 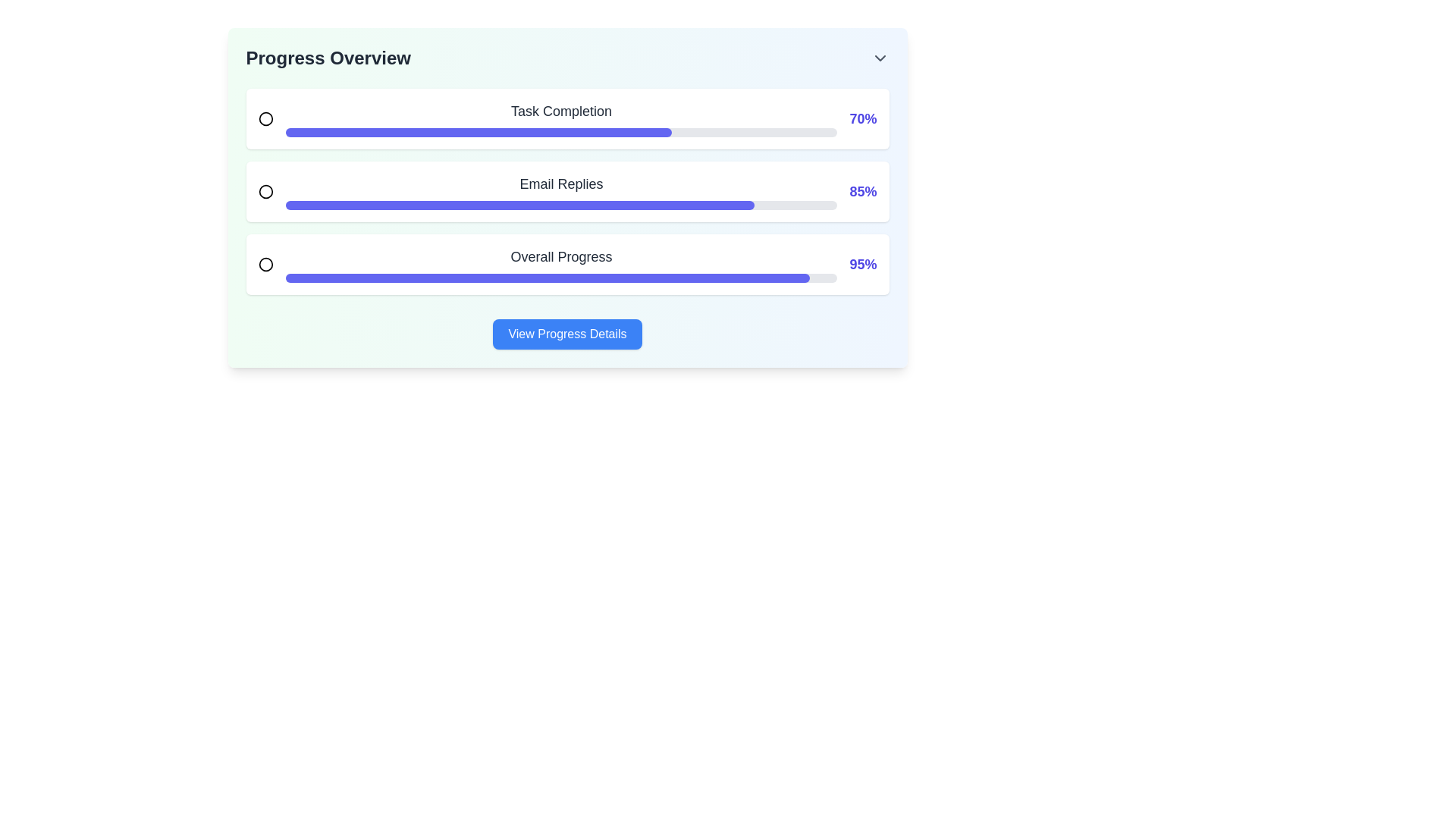 What do you see at coordinates (265, 263) in the screenshot?
I see `the informative or decorative circular icon associated with the 'Overall Progress' section, located before the progress bar and percentage text` at bounding box center [265, 263].